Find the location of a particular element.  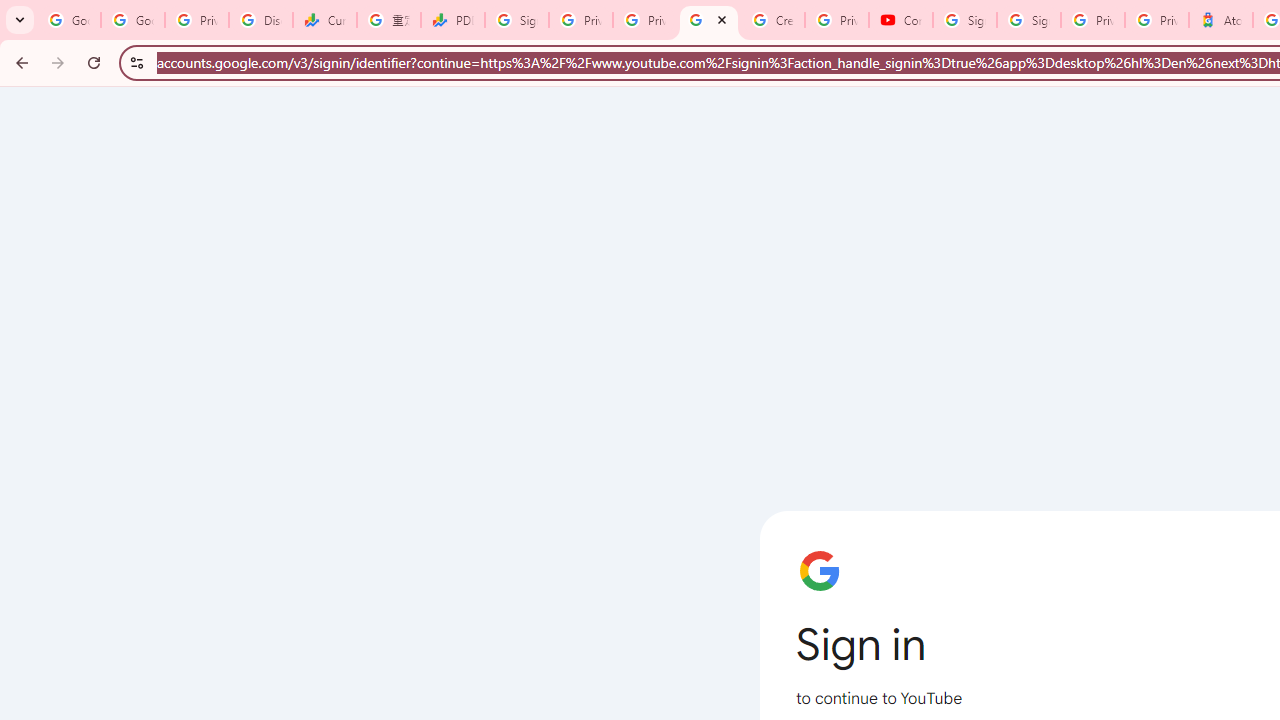

'Sign in - Google Accounts' is located at coordinates (1029, 20).